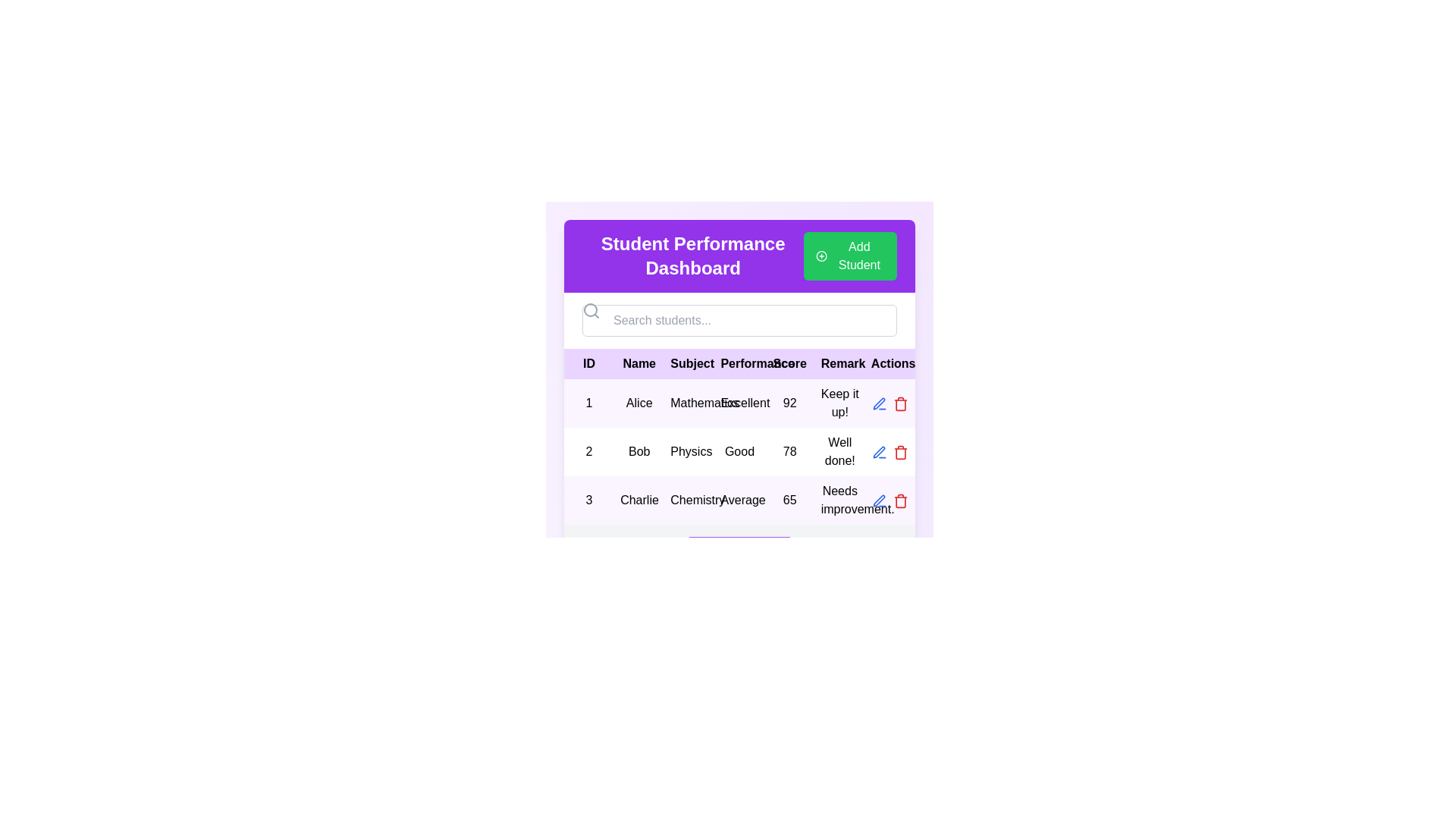 This screenshot has width=1456, height=819. What do you see at coordinates (692, 256) in the screenshot?
I see `the main title text label located in the header section of the interface, which provides context to the user about the page's content` at bounding box center [692, 256].